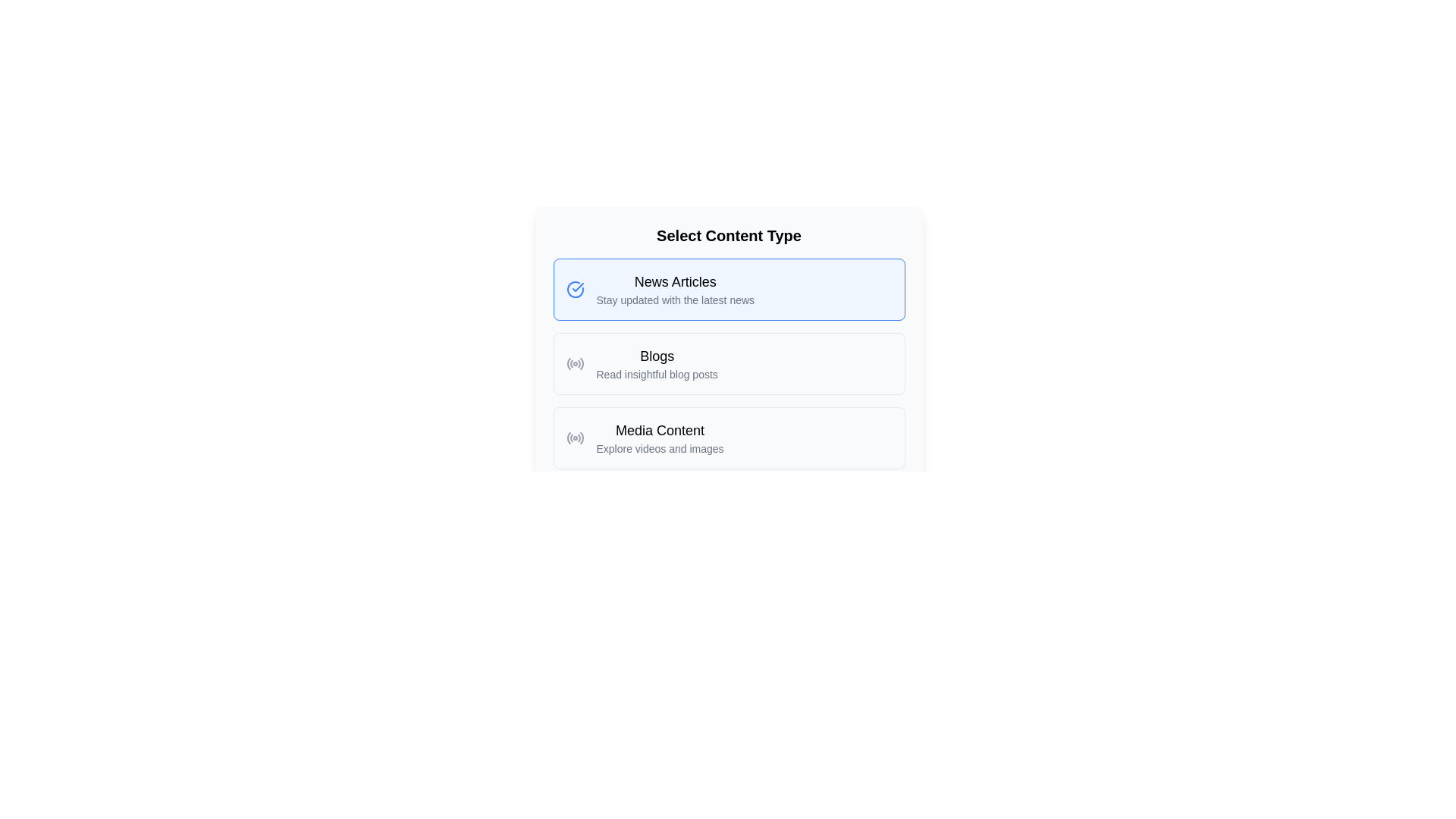 This screenshot has width=1456, height=819. What do you see at coordinates (660, 447) in the screenshot?
I see `the descriptive text label located below the 'Media Content' header, which provides additional information about the section` at bounding box center [660, 447].